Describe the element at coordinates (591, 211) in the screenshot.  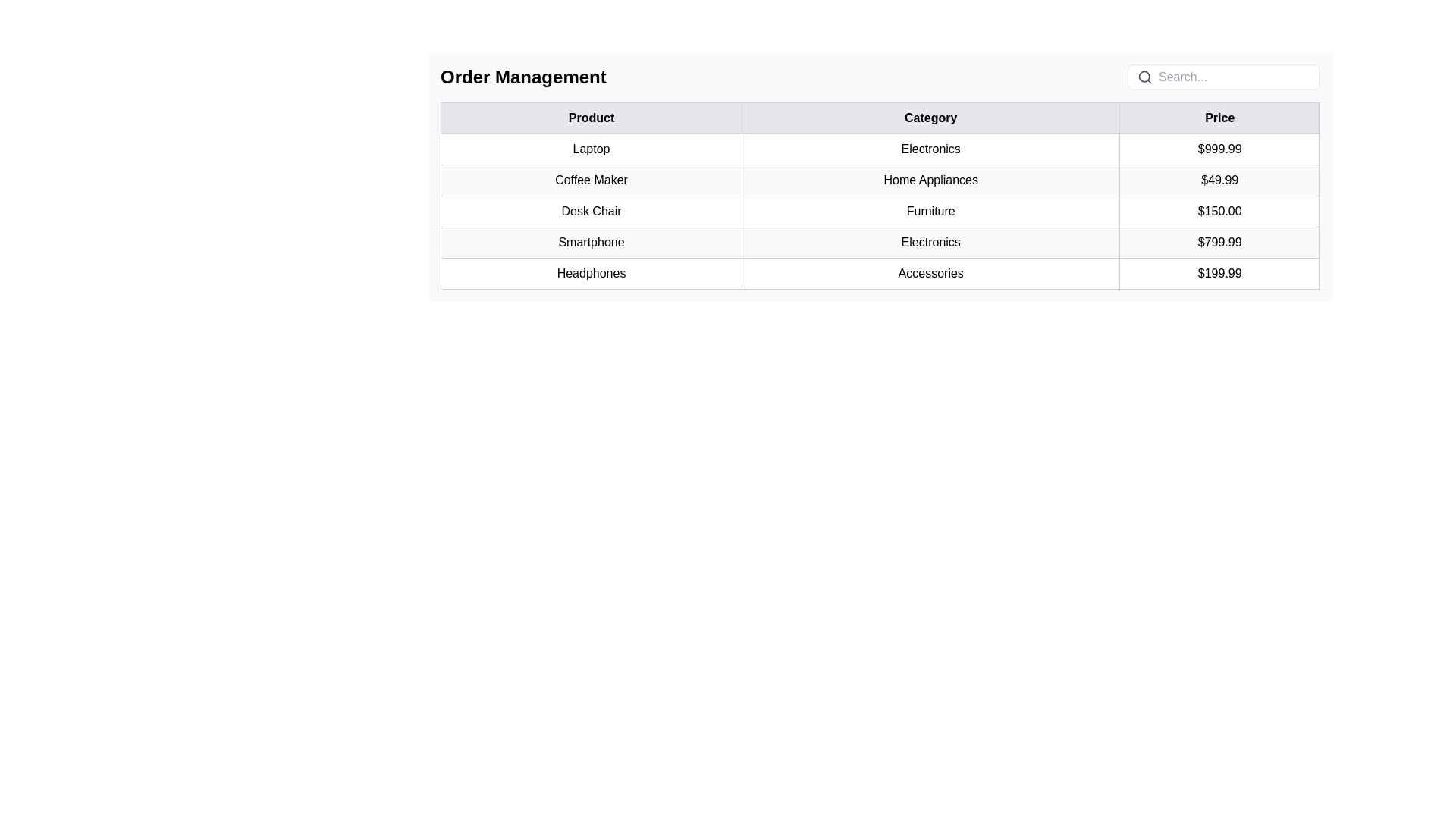
I see `the 'Desk Chair' text label located in the third row of the 'Product' column in the tabular interface` at that location.